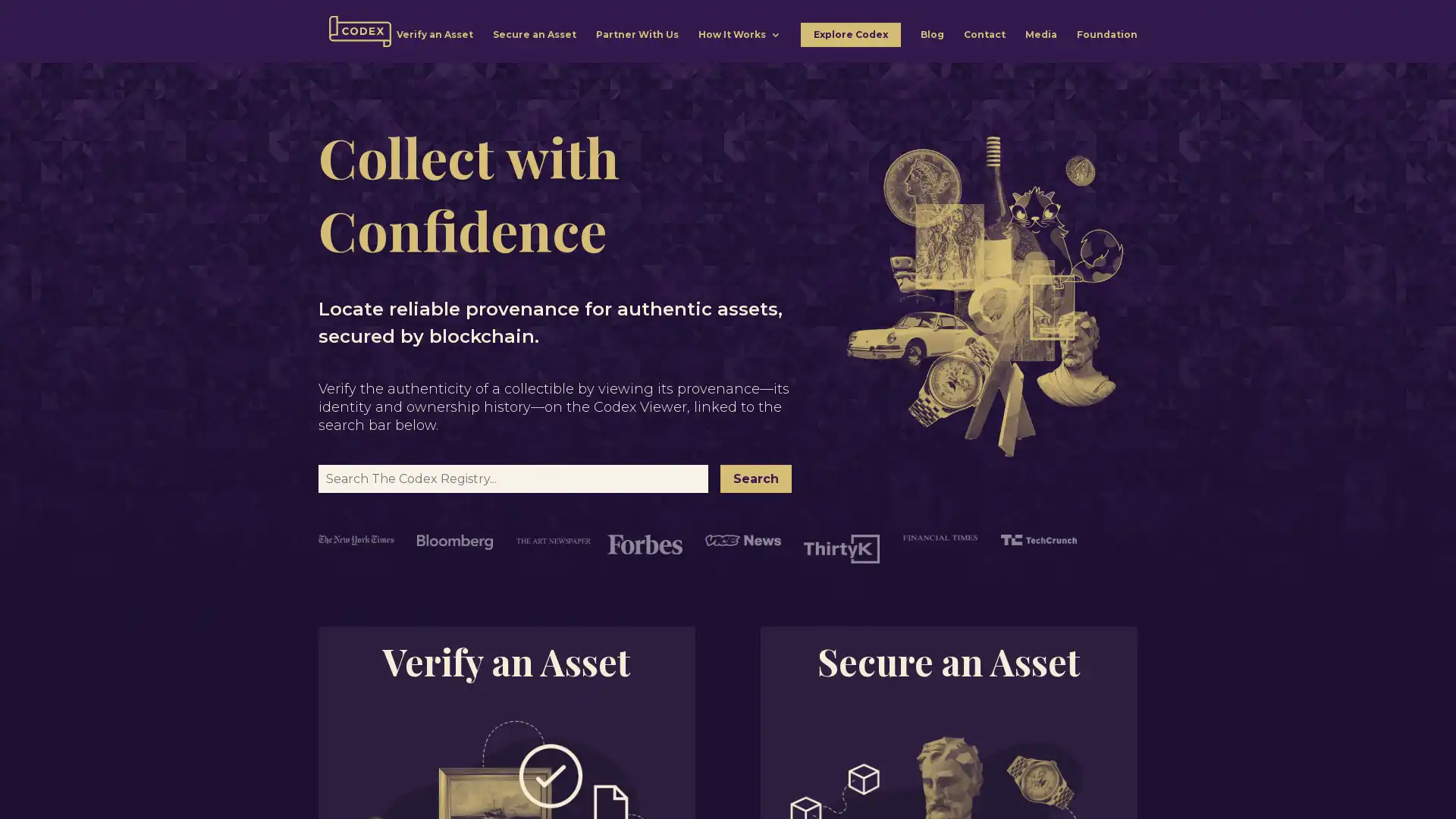  I want to click on Search, so click(756, 479).